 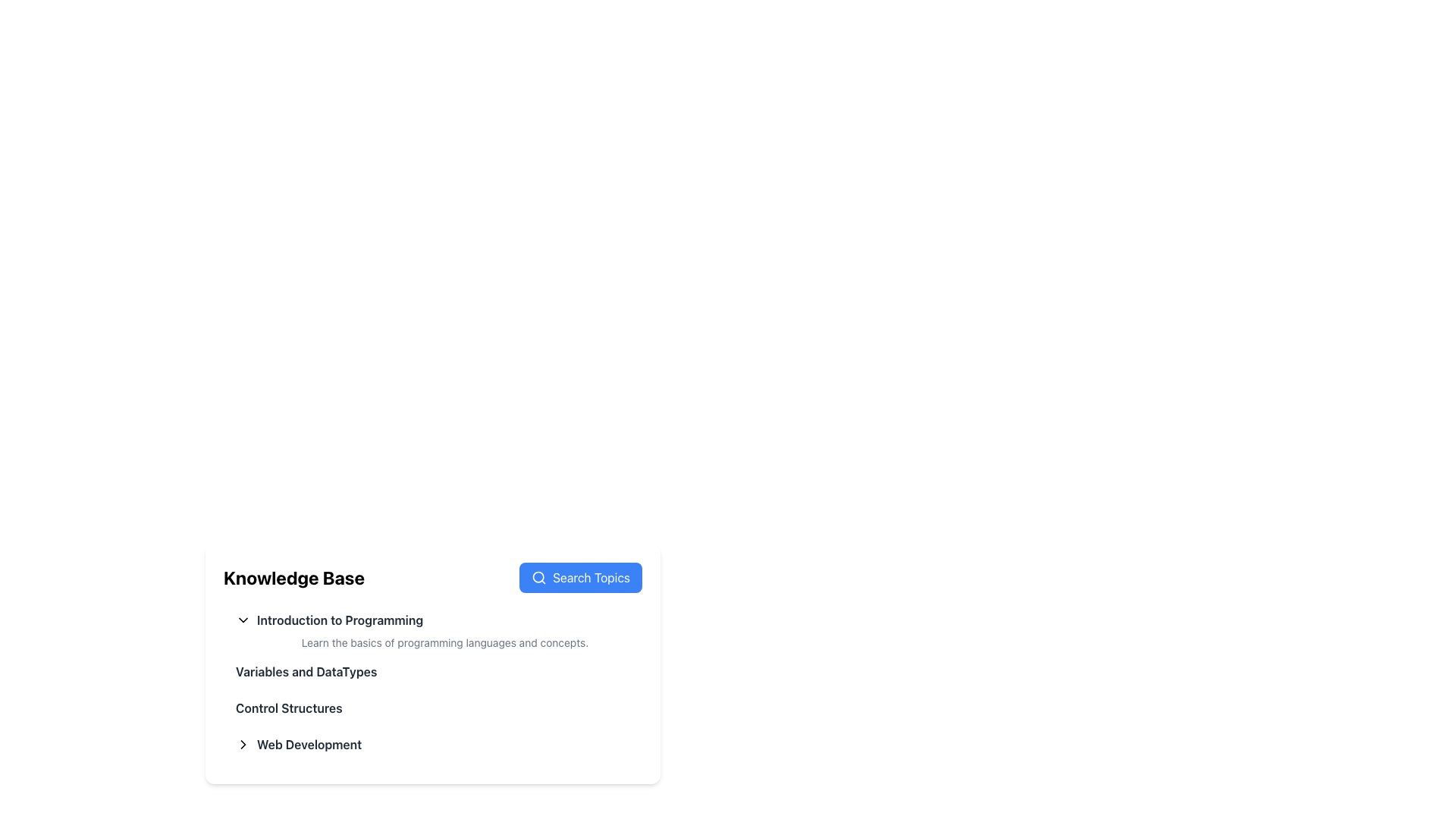 What do you see at coordinates (243, 744) in the screenshot?
I see `the chevron icon located at the leftmost position in the 'Web Development' row` at bounding box center [243, 744].